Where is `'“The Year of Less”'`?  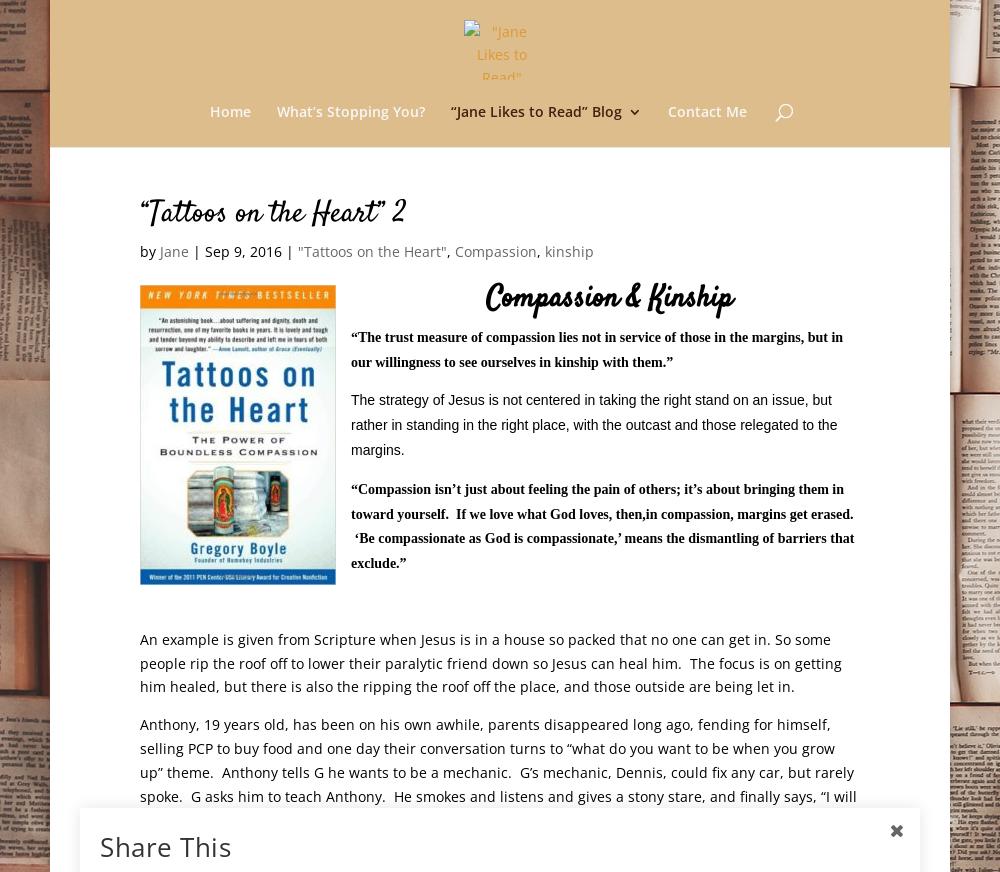
'“The Year of Less”' is located at coordinates (551, 581).